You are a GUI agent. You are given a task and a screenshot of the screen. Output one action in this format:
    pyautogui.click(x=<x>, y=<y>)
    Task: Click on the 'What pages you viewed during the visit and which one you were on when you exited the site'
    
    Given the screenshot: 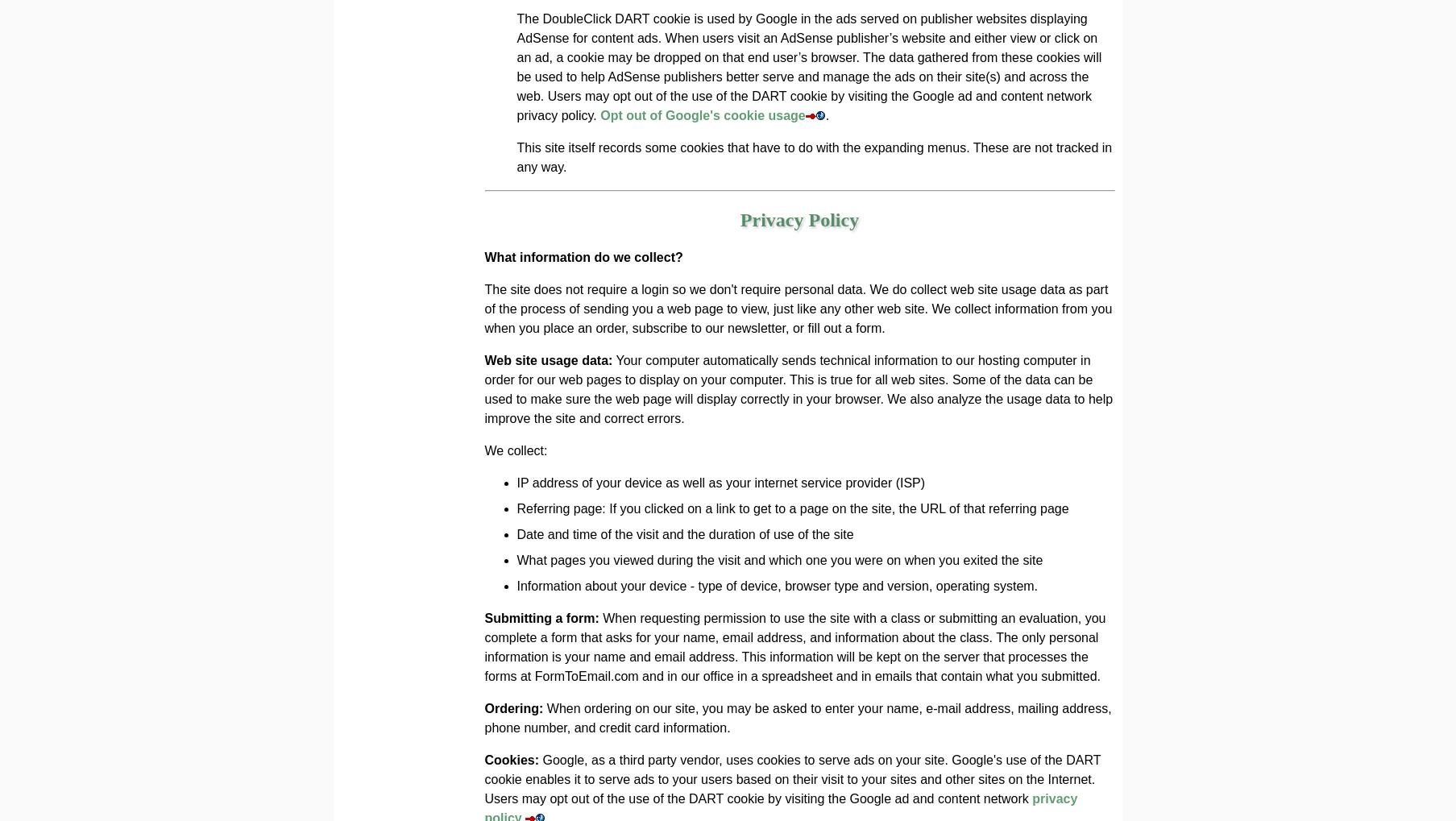 What is the action you would take?
    pyautogui.click(x=778, y=559)
    